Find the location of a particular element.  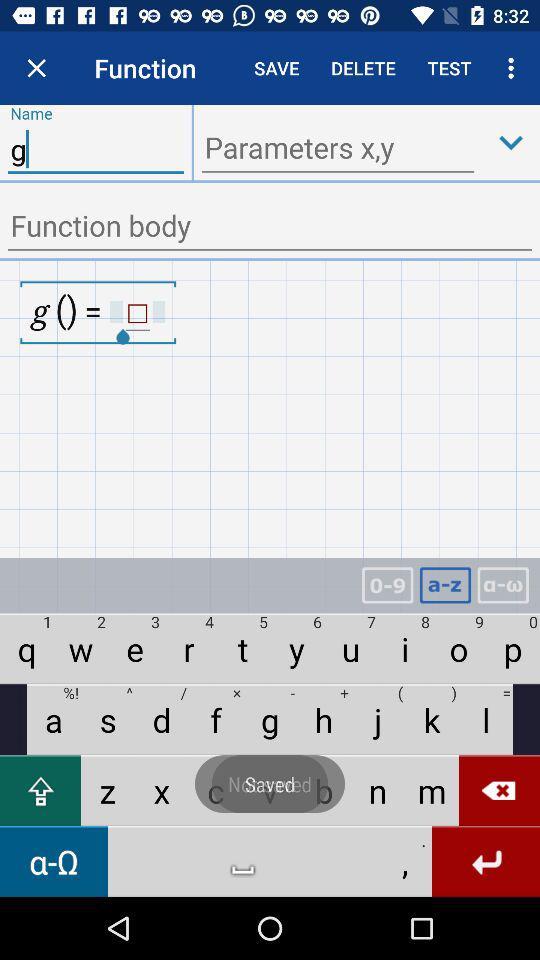

enable keyboard is located at coordinates (445, 585).